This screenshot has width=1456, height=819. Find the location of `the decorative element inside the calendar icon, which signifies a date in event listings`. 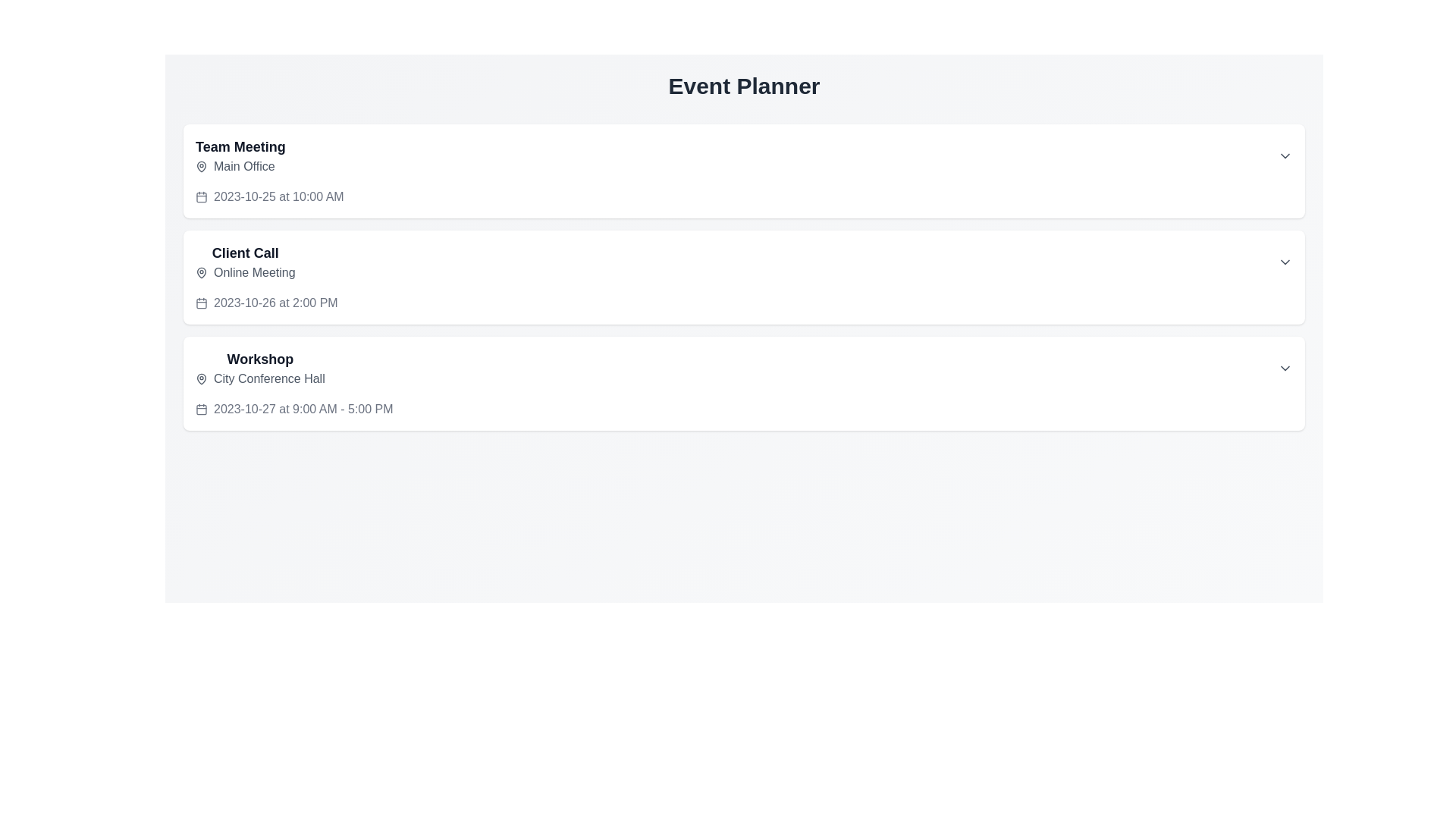

the decorative element inside the calendar icon, which signifies a date in event listings is located at coordinates (200, 196).